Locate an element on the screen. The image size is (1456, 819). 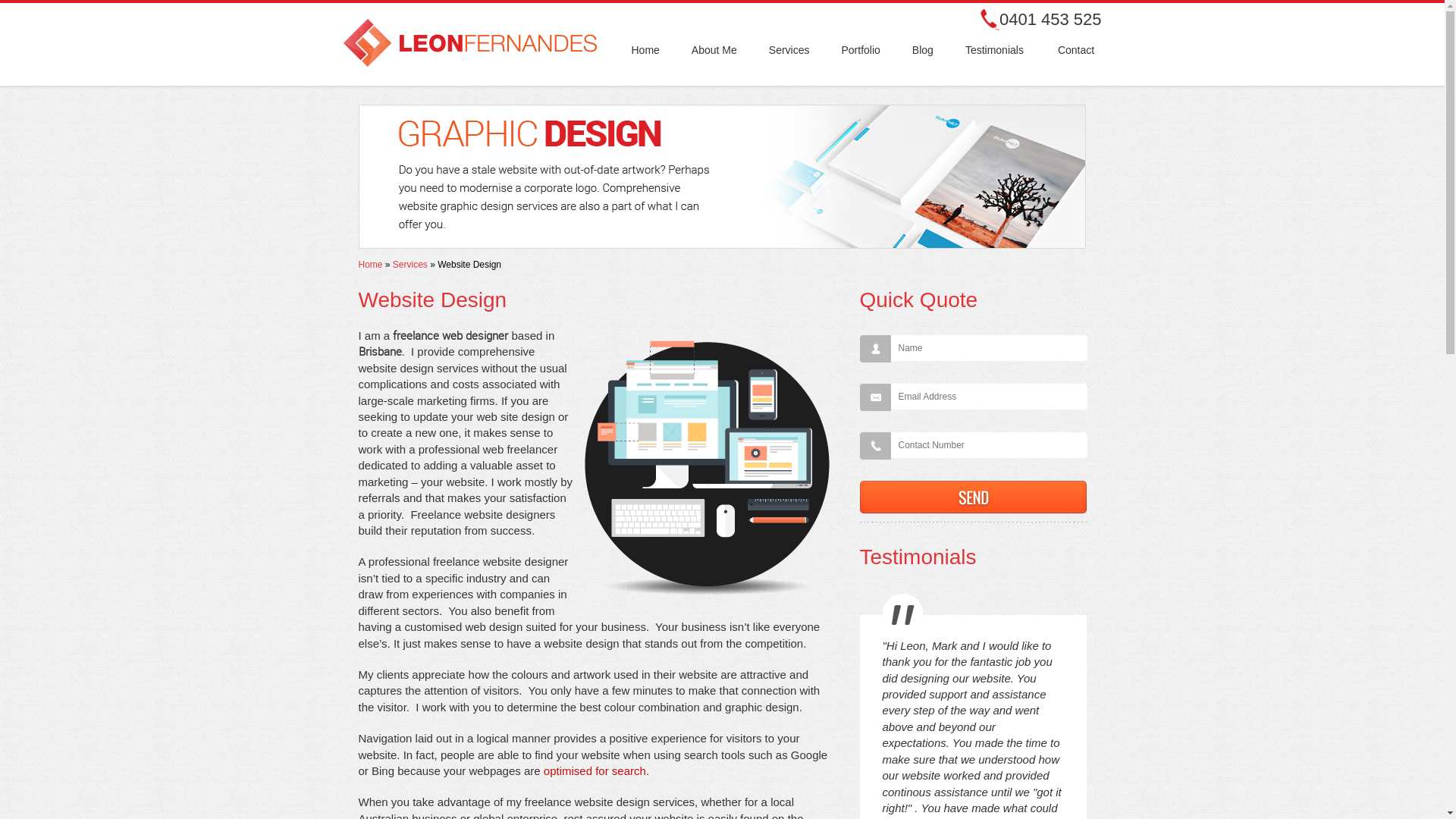
'Services' is located at coordinates (393, 263).